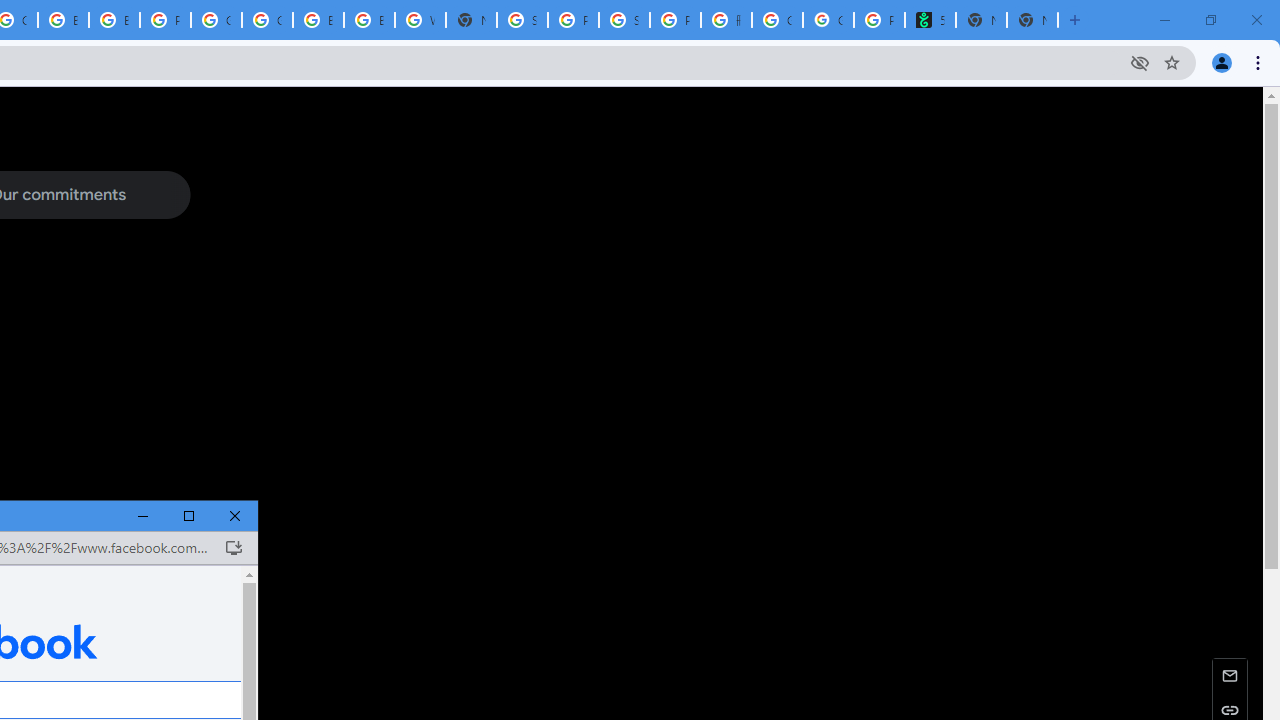 The width and height of the screenshot is (1280, 720). What do you see at coordinates (1229, 675) in the screenshot?
I see `'Share this page (Email)'` at bounding box center [1229, 675].